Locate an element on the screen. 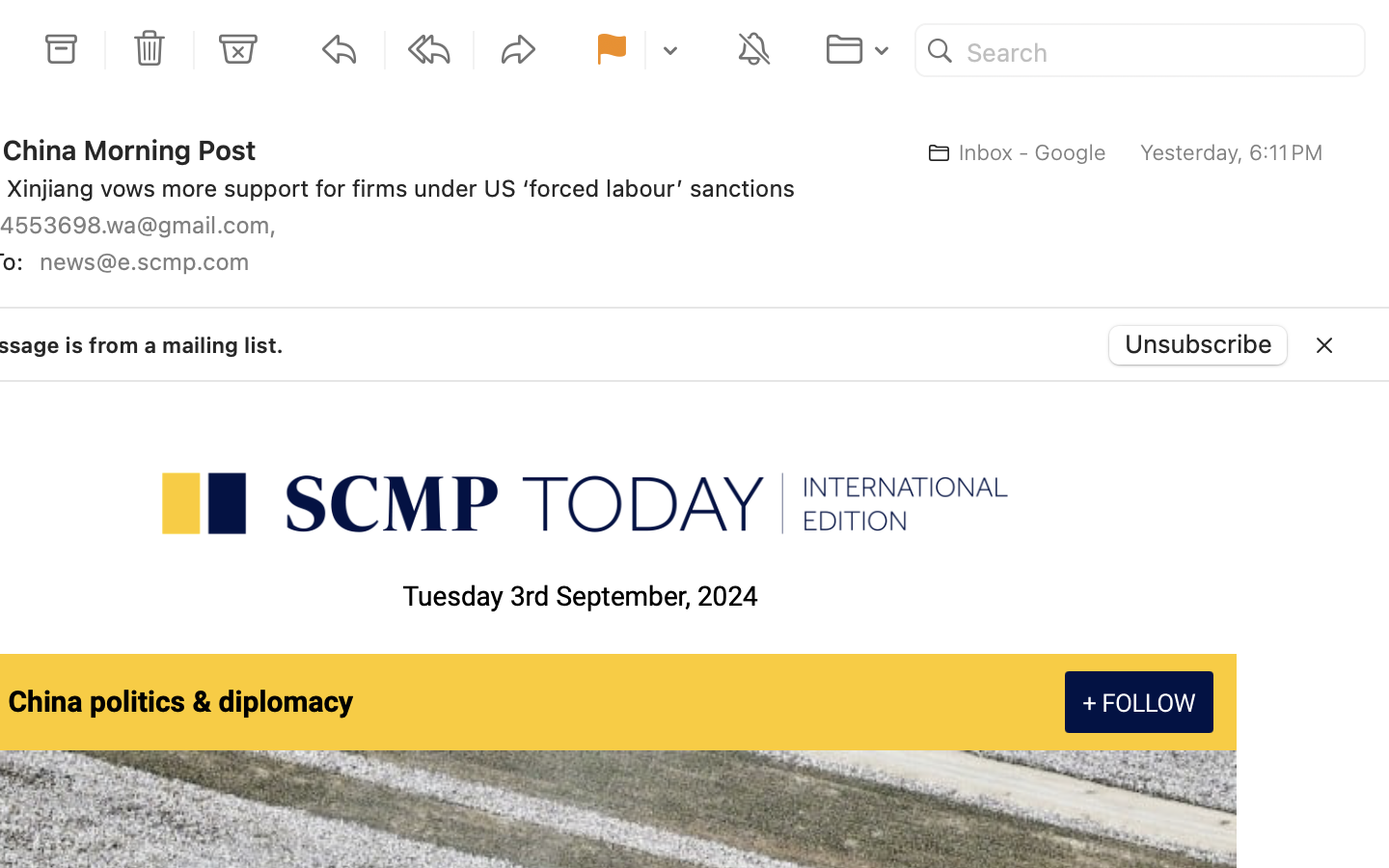  'Yesterday, 6:11 PM' is located at coordinates (1231, 152).